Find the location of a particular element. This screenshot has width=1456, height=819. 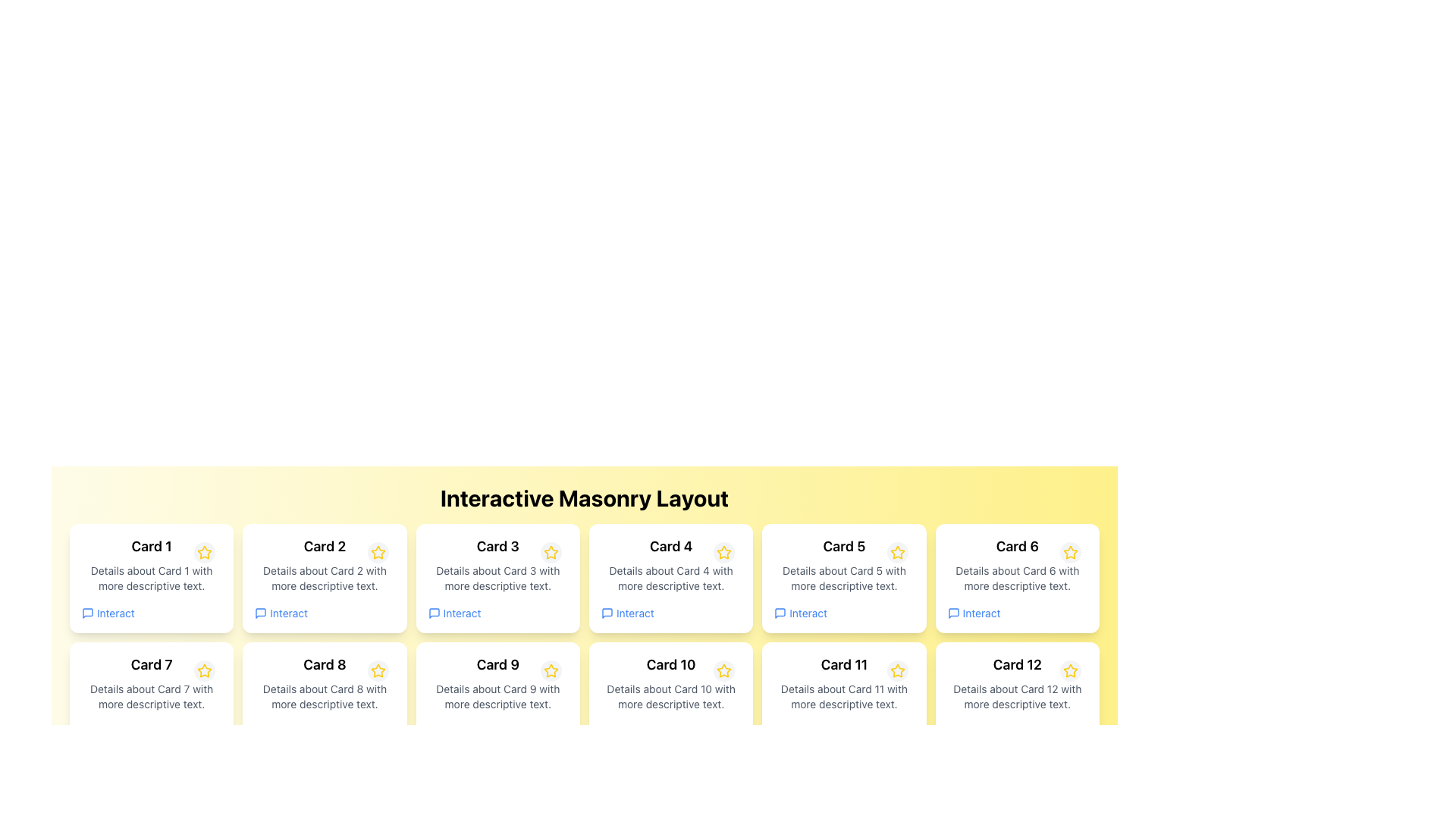

the rounded button with a light gray background and a yellow outlined star icon located in the top-right corner of 'Card 7' to mark the card as favorite is located at coordinates (204, 670).